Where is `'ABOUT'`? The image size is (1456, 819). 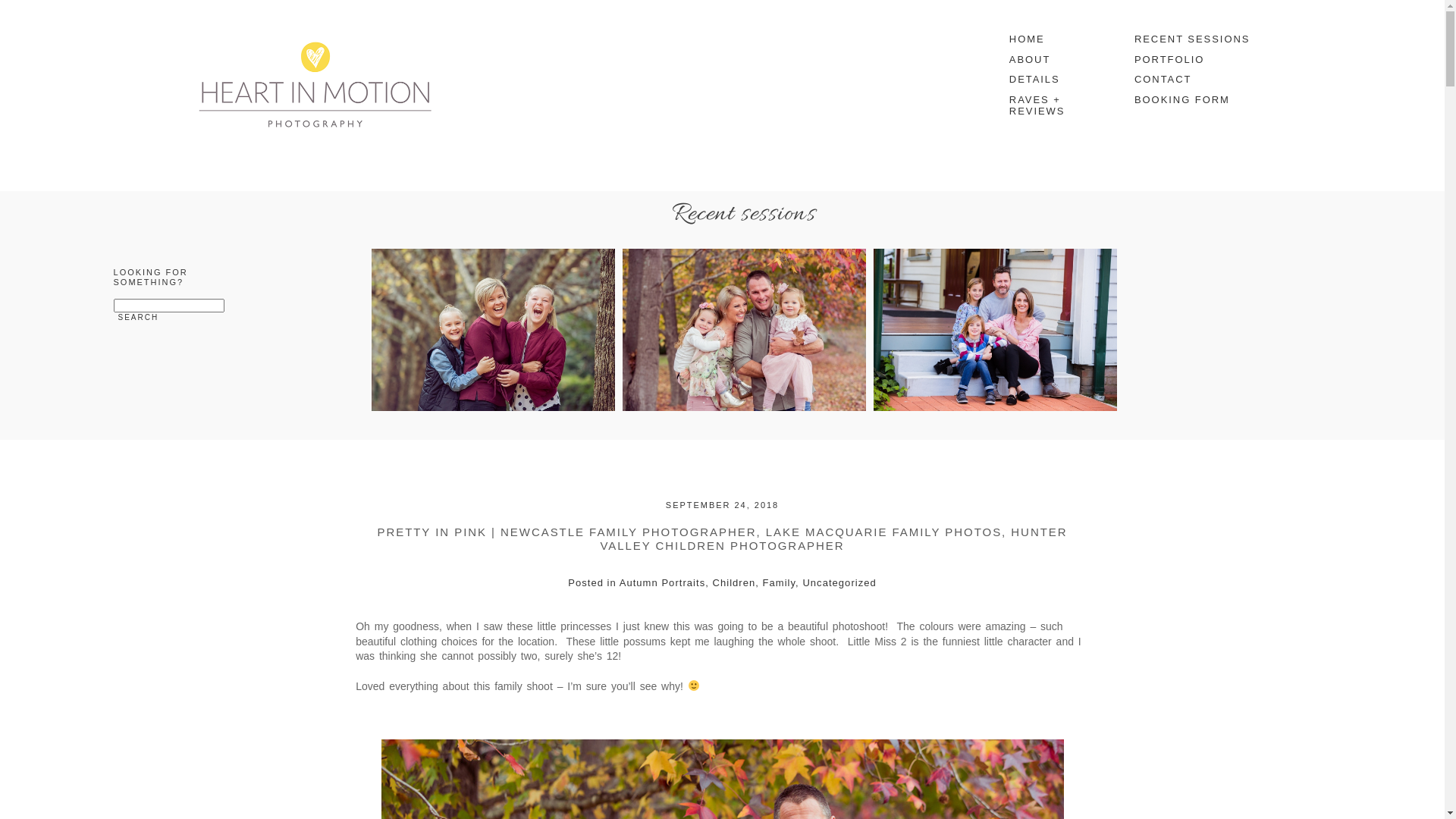 'ABOUT' is located at coordinates (1054, 59).